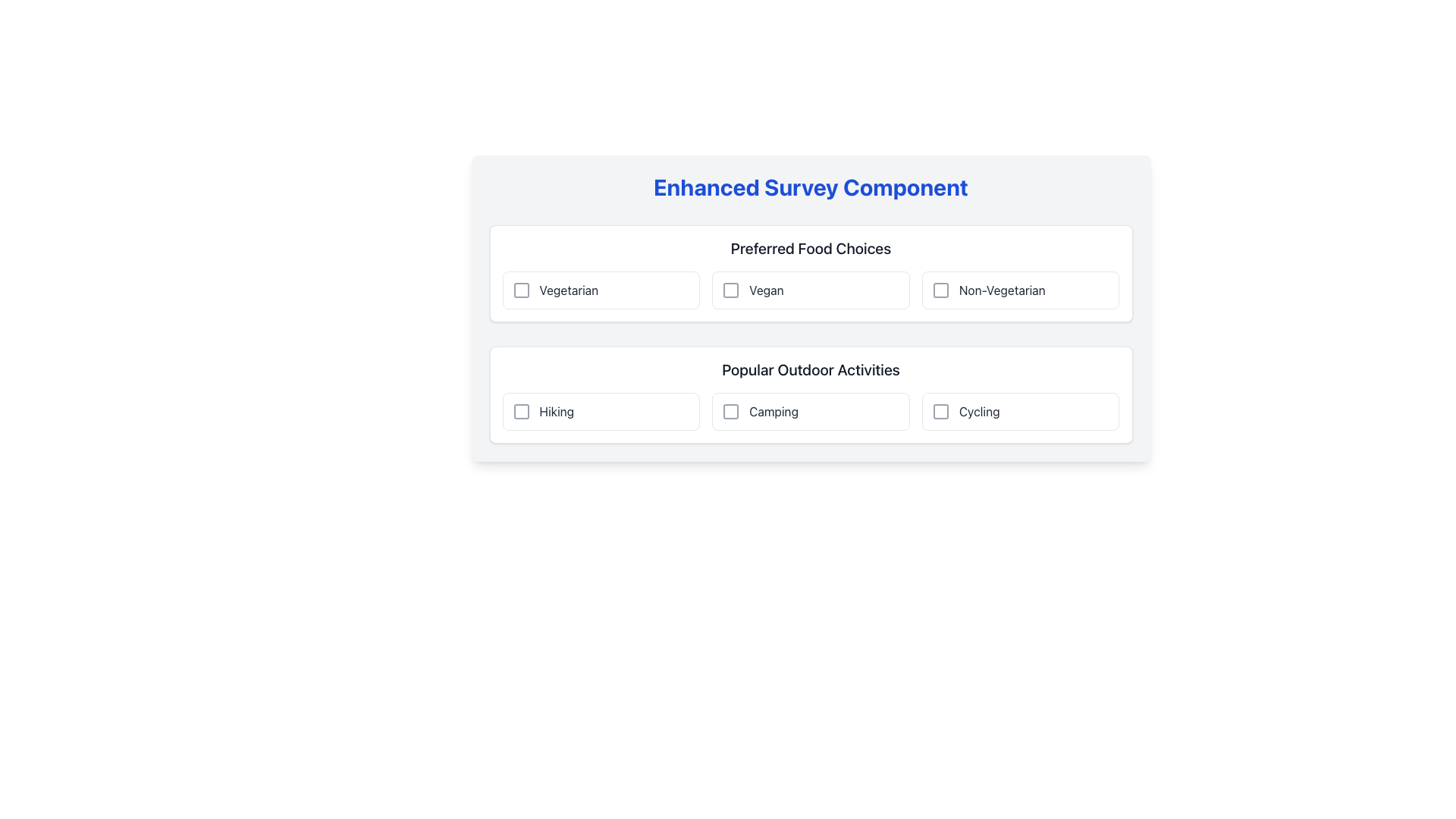 The width and height of the screenshot is (1456, 819). Describe the element at coordinates (940, 290) in the screenshot. I see `the 'Non-Vegetarian' icon` at that location.